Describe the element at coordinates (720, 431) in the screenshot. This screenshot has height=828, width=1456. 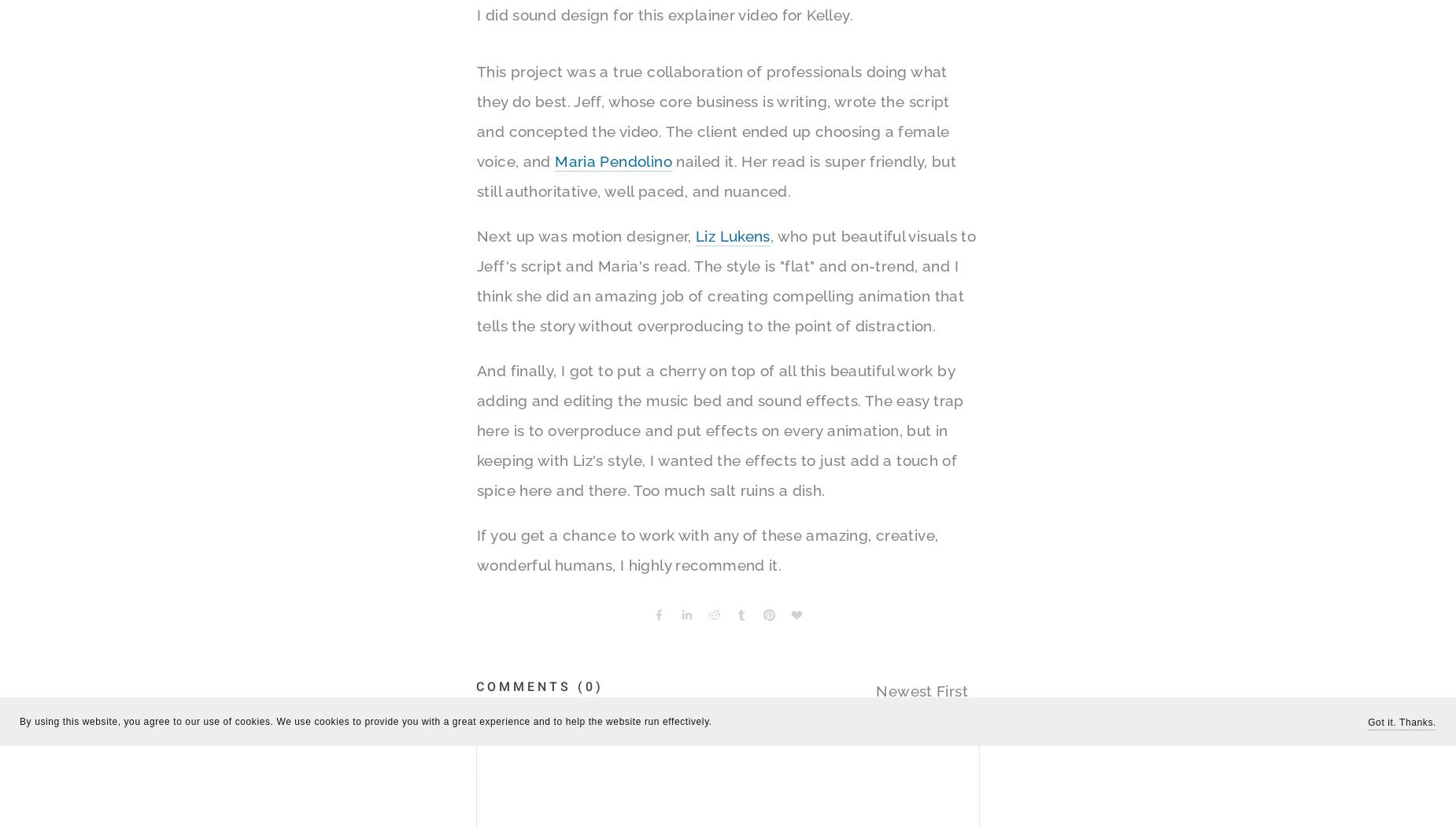
I see `'And finally, I got to put a cherry on top of all this beautiful work by adding and editing the music bed and sound effects. The easy trap here is to overproduce and put effects on every animation, but in keeping with Liz's style, I wanted the effects to just add a touch of spice here and there. Too much salt ruins a dish.'` at that location.